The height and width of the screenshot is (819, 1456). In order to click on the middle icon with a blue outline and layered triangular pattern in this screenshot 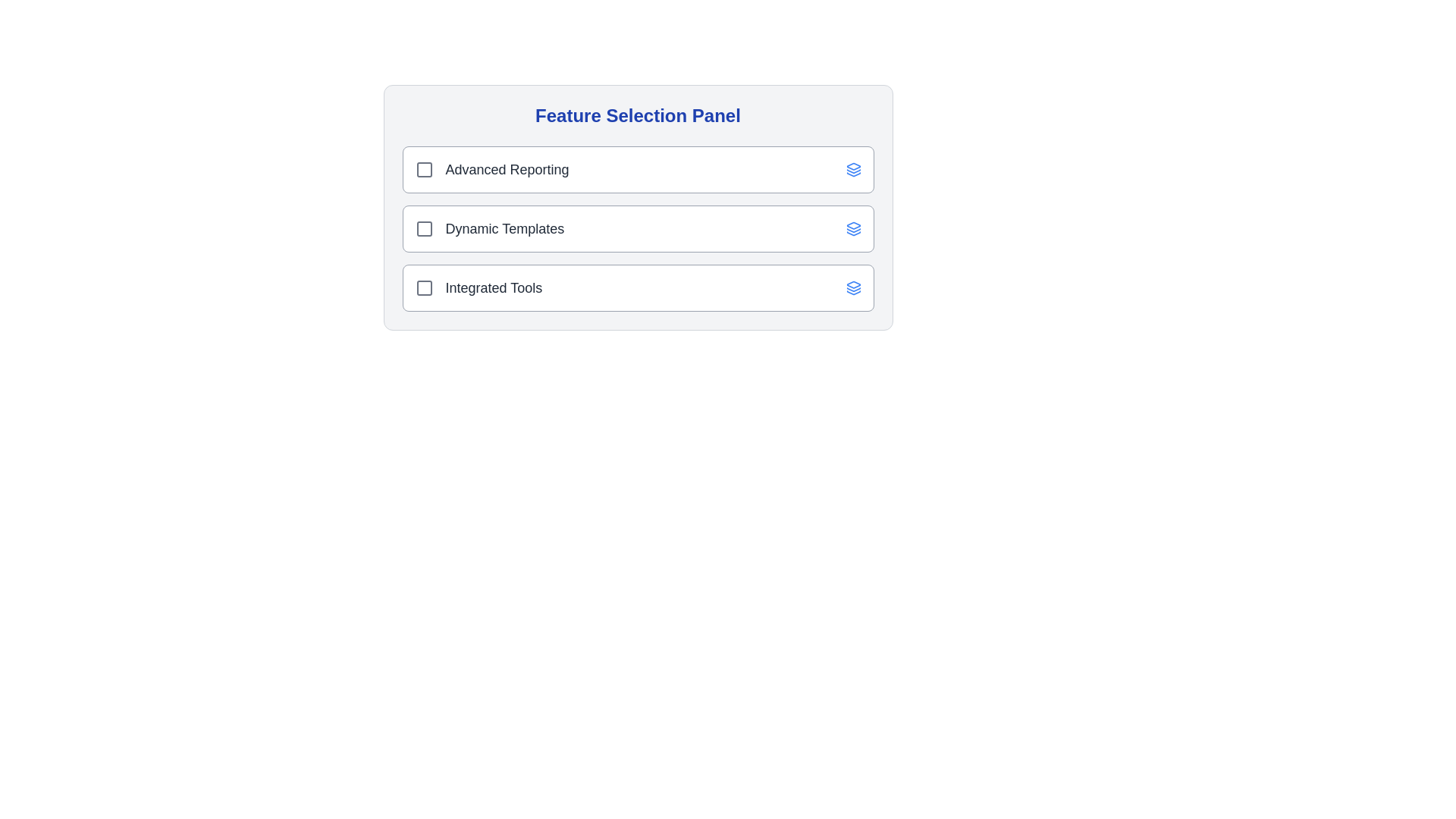, I will do `click(853, 231)`.